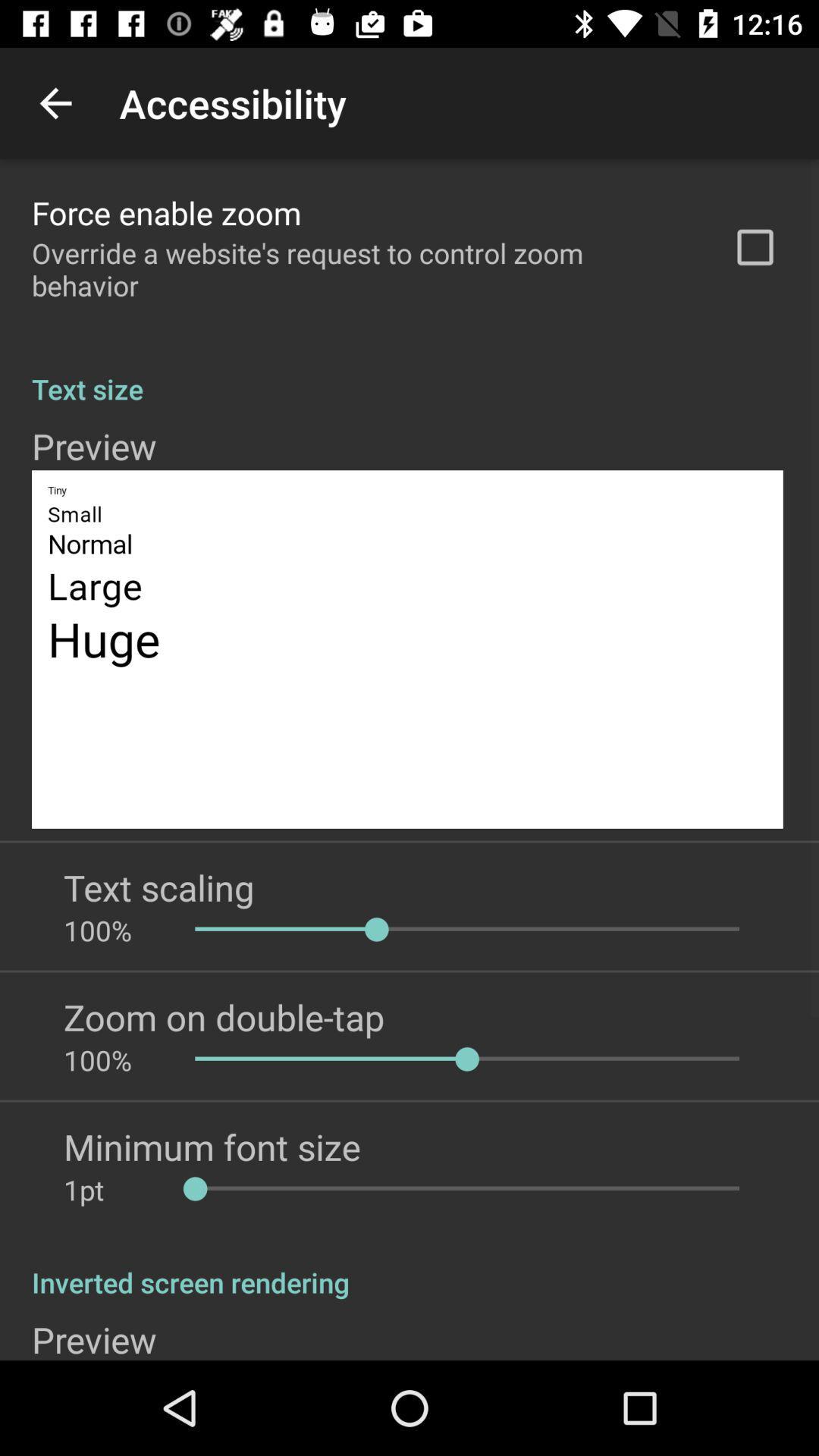 The height and width of the screenshot is (1456, 819). What do you see at coordinates (755, 247) in the screenshot?
I see `the app next to override a website icon` at bounding box center [755, 247].